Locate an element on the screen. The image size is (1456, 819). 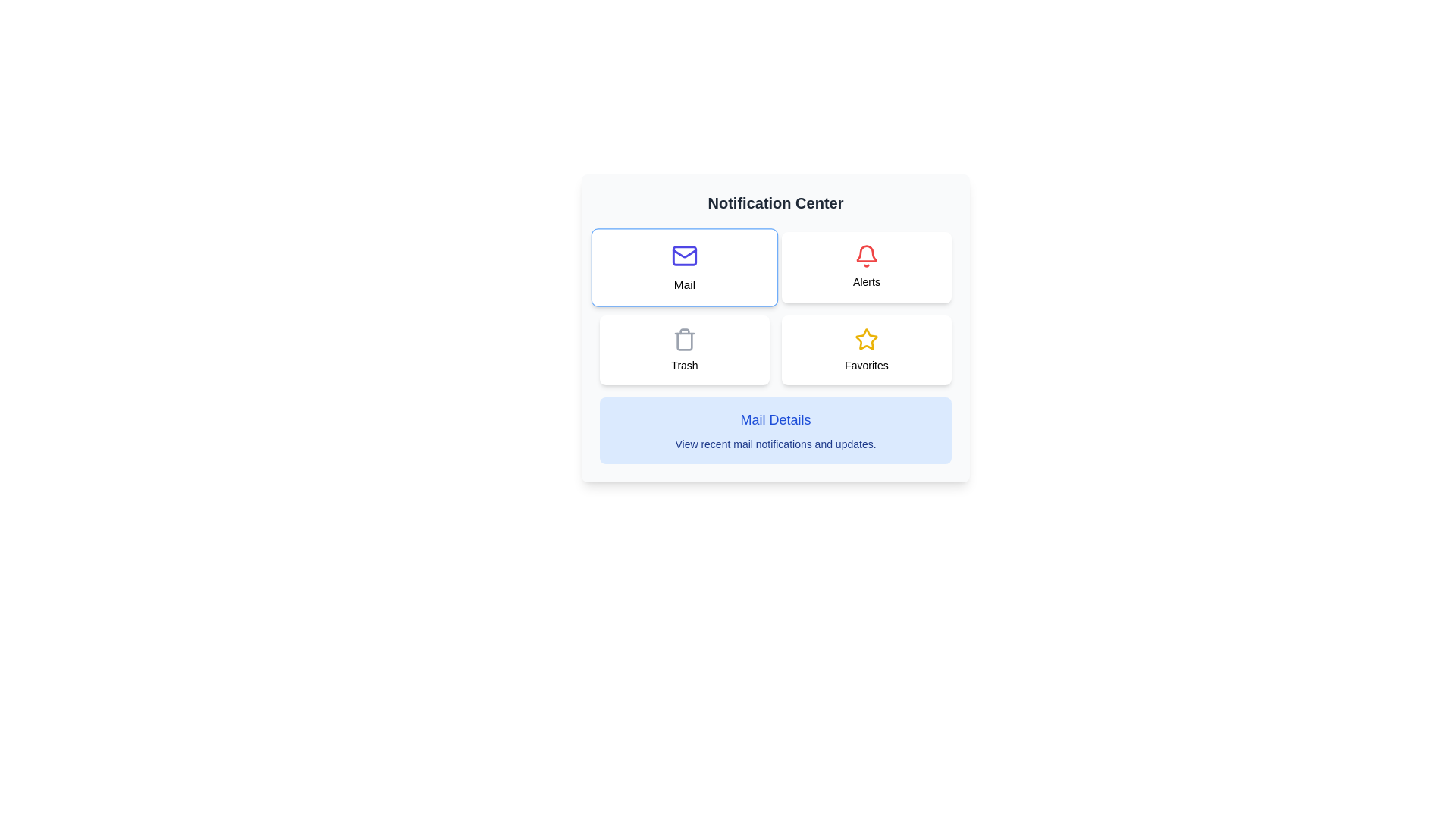
the text label that reads 'Mail Details', which is prominently styled in blue font and located at the top of the blue-bordered panel in the 'Notification Center' is located at coordinates (775, 420).